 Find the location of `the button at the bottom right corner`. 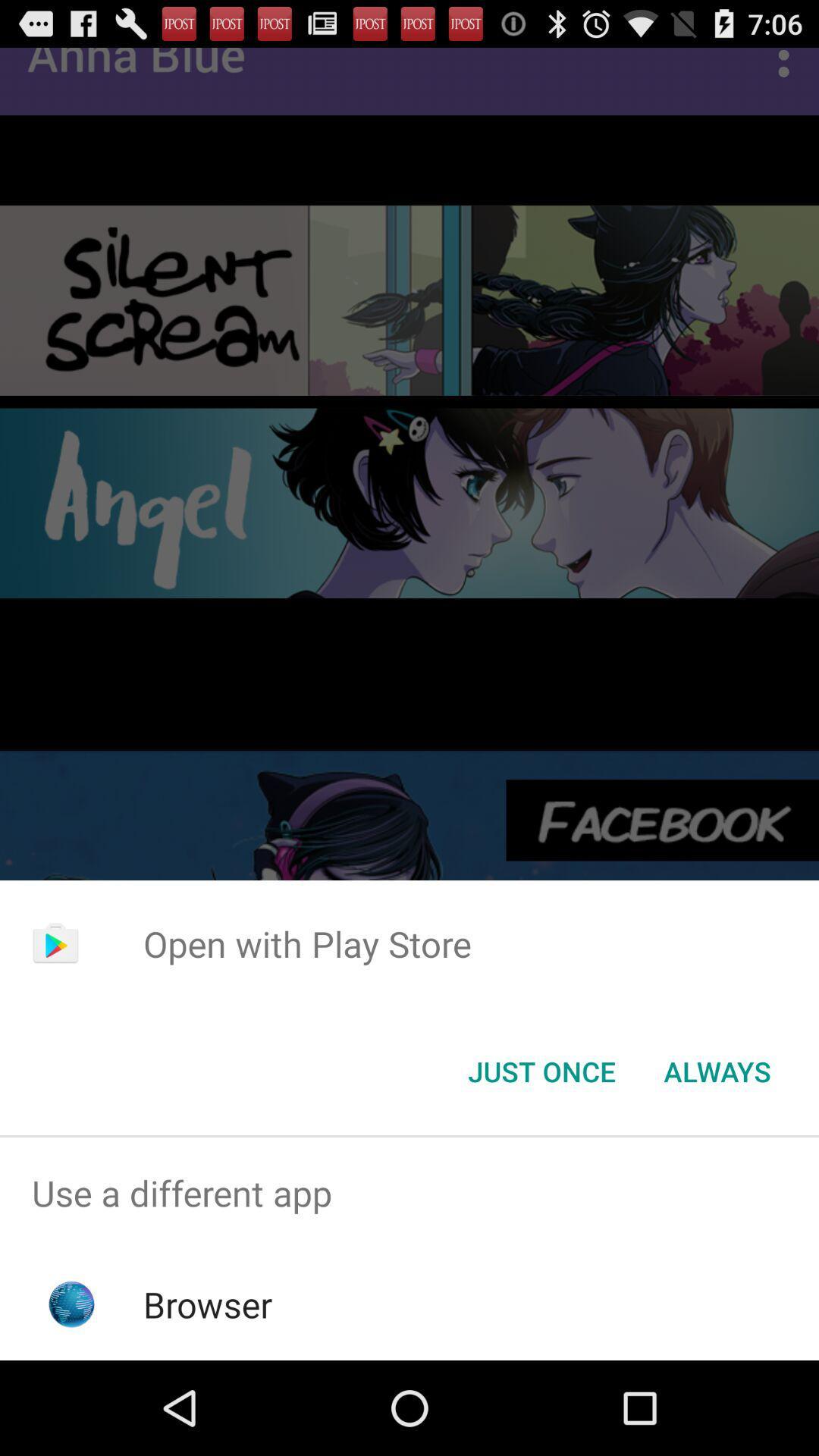

the button at the bottom right corner is located at coordinates (717, 1070).